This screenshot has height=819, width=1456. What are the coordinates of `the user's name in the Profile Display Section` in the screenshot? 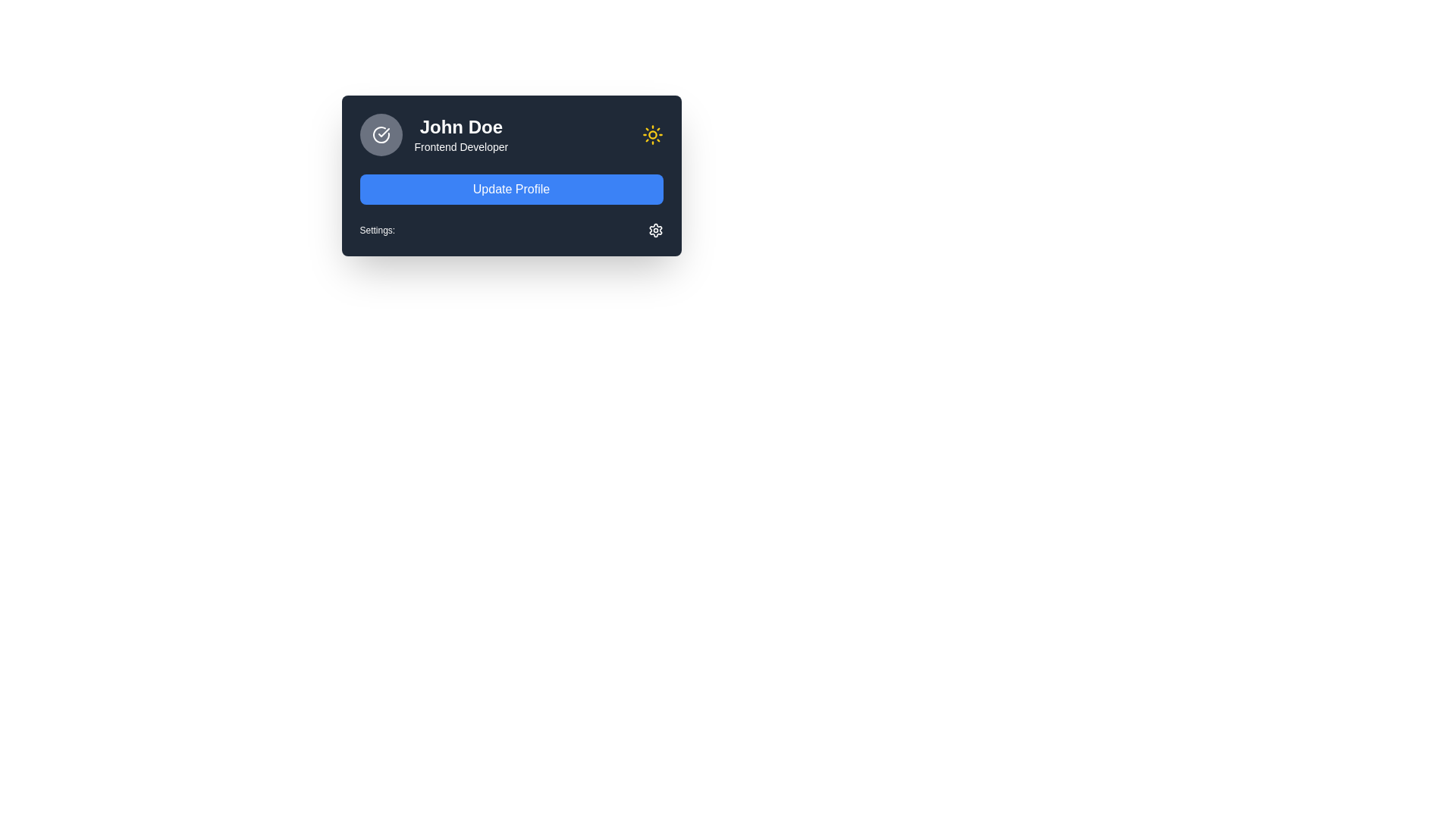 It's located at (433, 133).